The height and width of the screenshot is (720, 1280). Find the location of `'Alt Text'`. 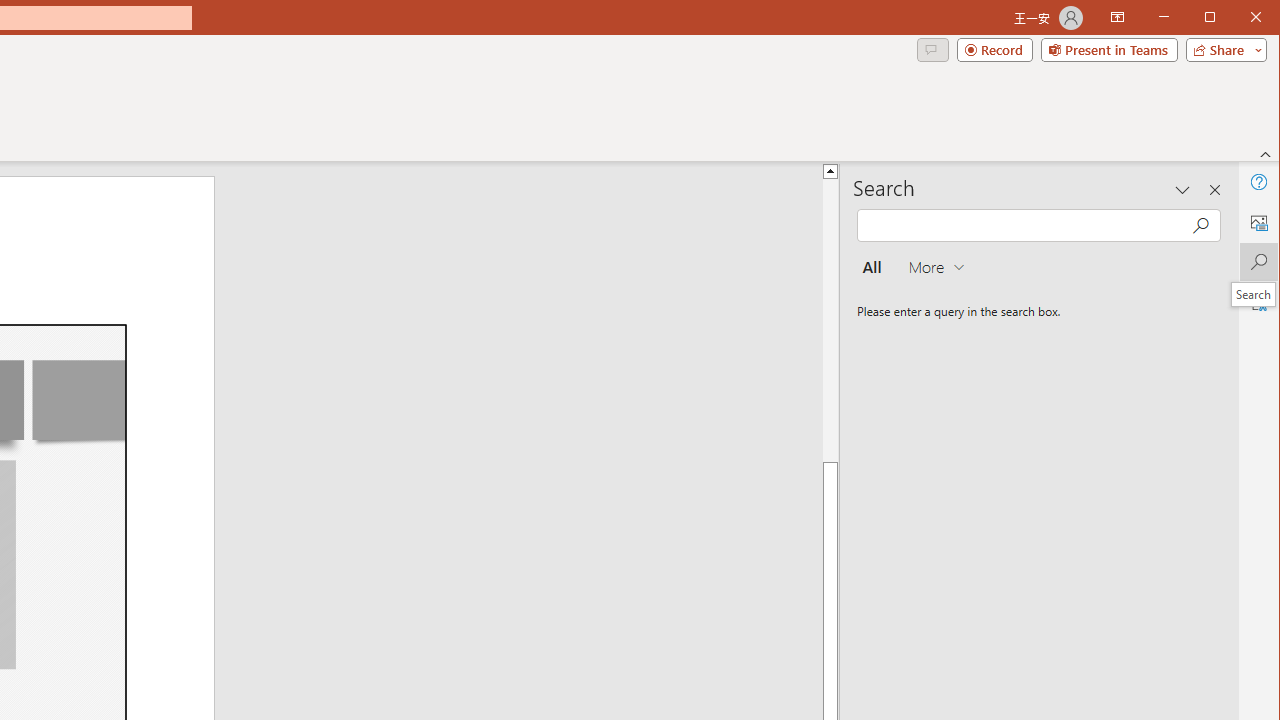

'Alt Text' is located at coordinates (1257, 222).